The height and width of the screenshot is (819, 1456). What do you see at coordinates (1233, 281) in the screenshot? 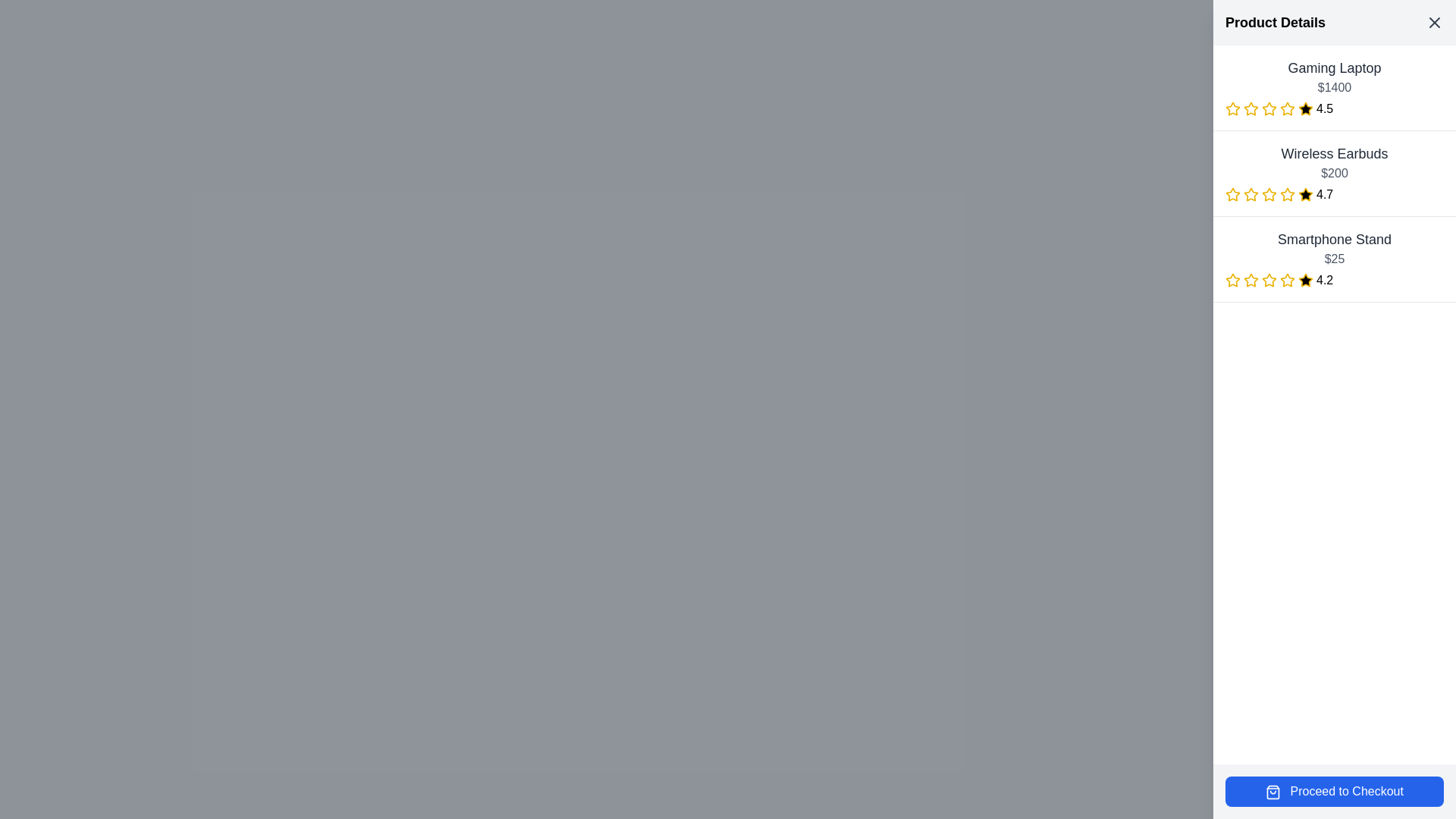
I see `the first star icon in the row of stars for the 'Smartphone Stand' item located in the lower section of the 'Product Details' sidebar` at bounding box center [1233, 281].